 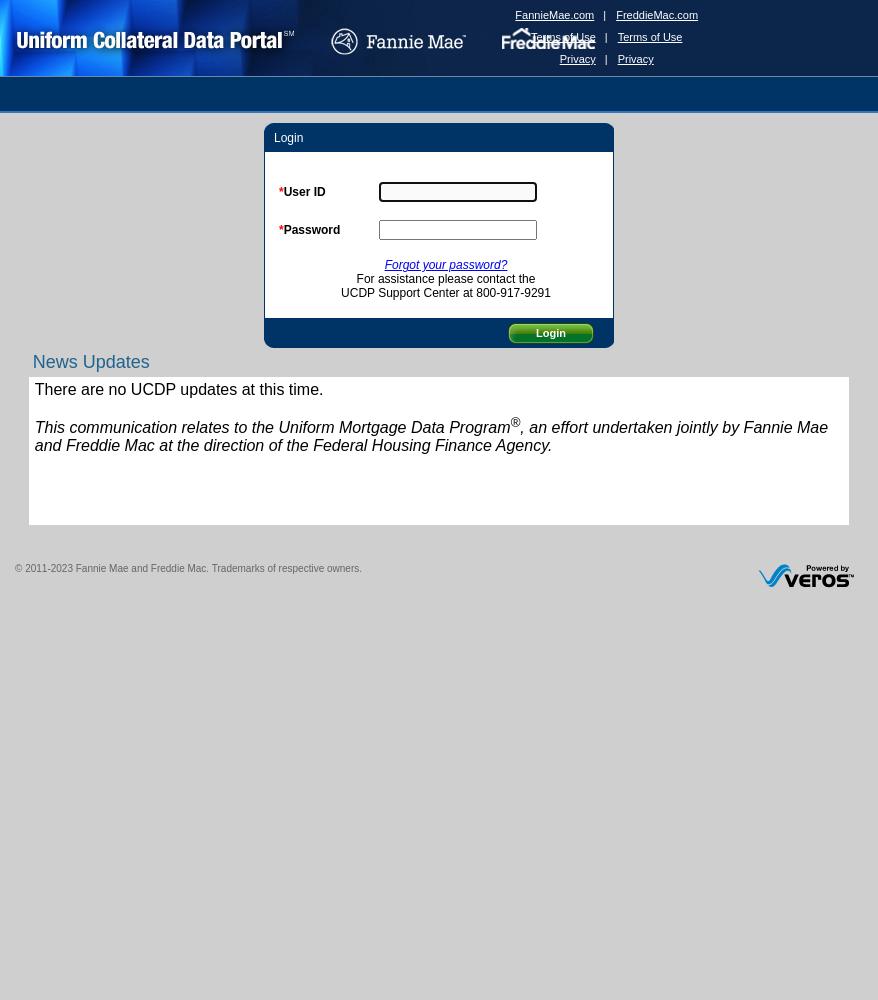 I want to click on ', an effort undertaken jointly by Fannie Mae and Freddie Mac at the direction of the Federal Housing Finance Agency.', so click(x=431, y=436).